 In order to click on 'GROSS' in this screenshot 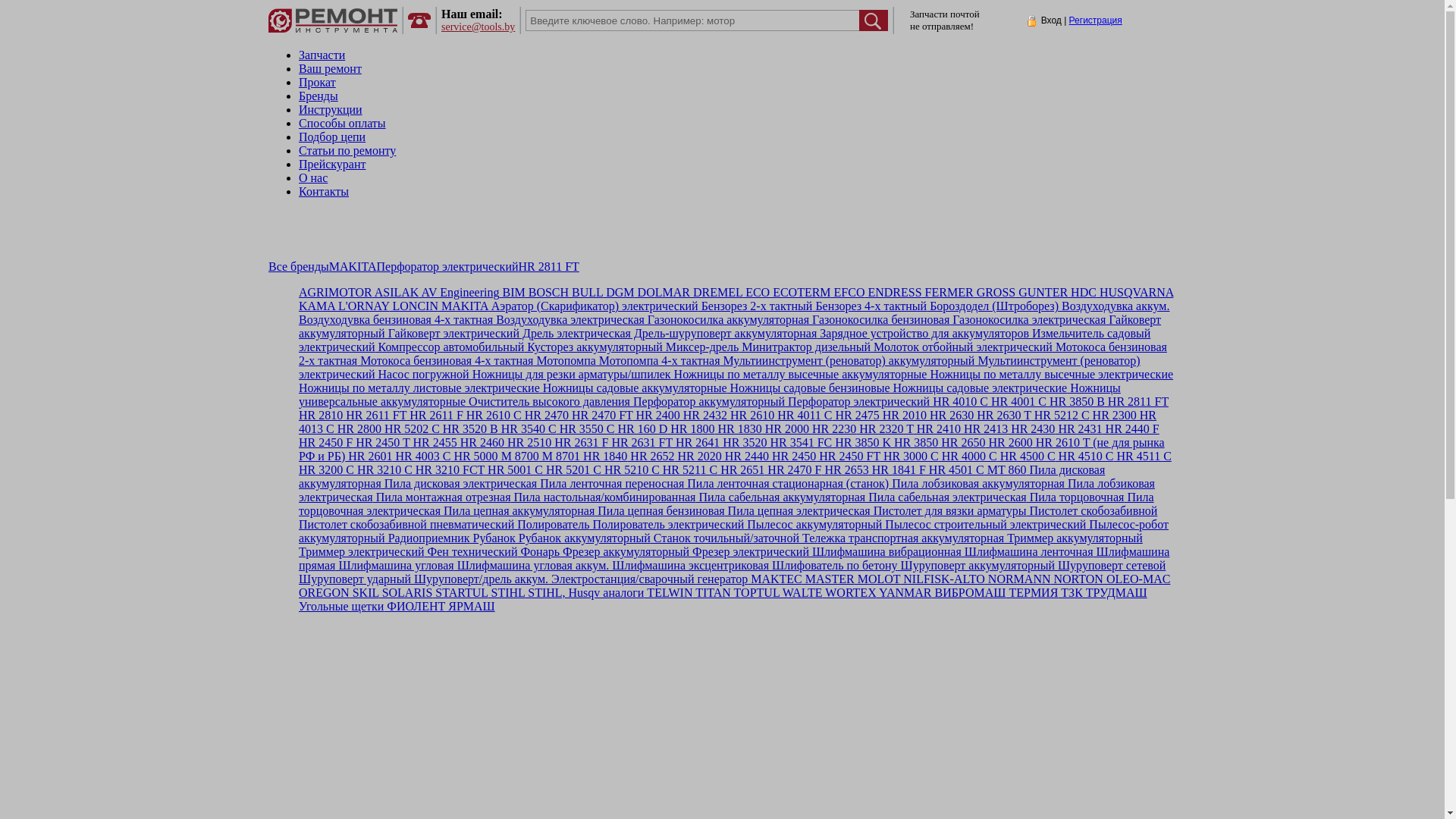, I will do `click(994, 292)`.